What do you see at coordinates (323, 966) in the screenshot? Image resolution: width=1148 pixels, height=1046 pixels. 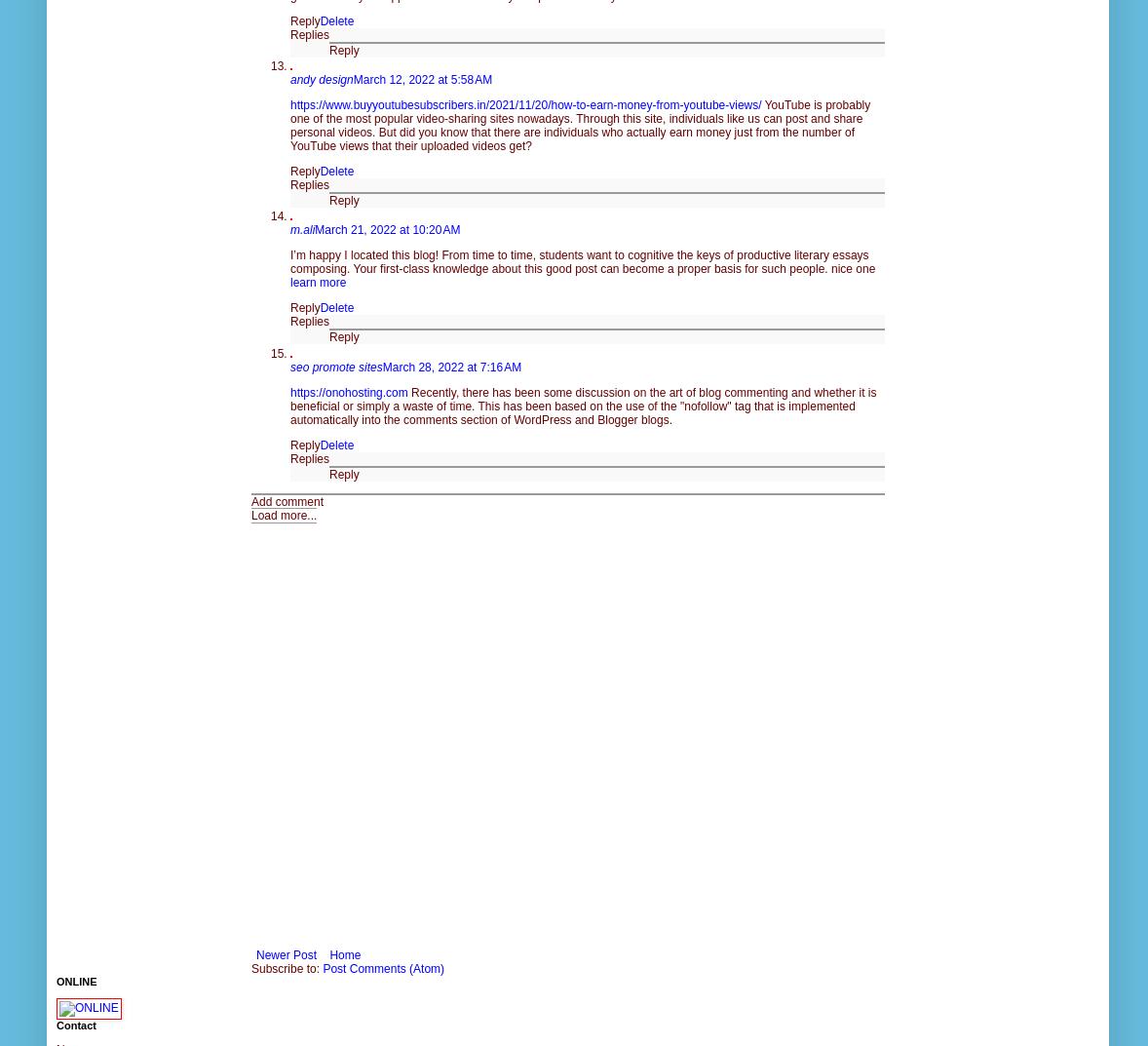 I see `'Post Comments (Atom)'` at bounding box center [323, 966].